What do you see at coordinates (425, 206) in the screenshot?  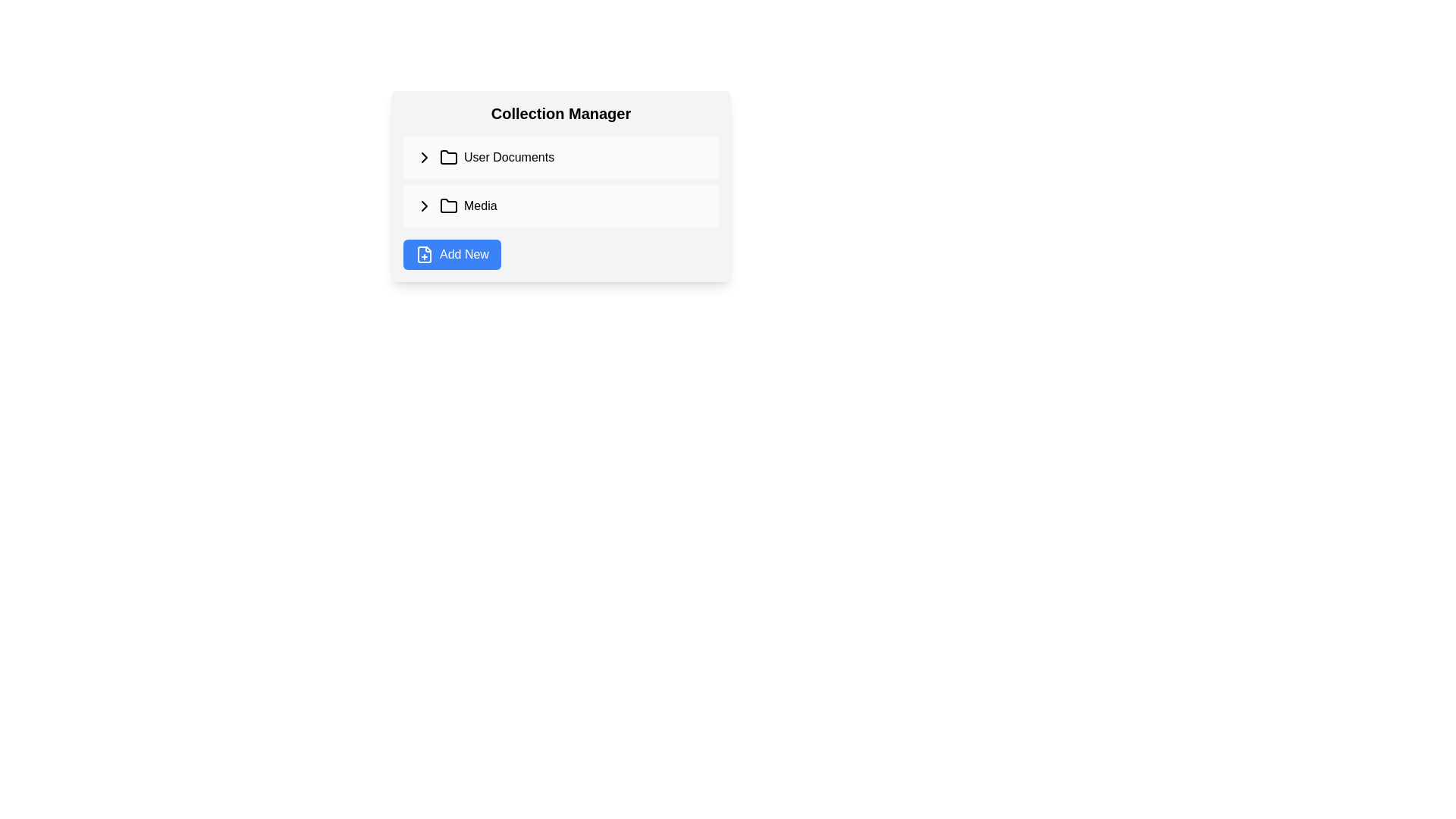 I see `the right-facing chevron icon` at bounding box center [425, 206].